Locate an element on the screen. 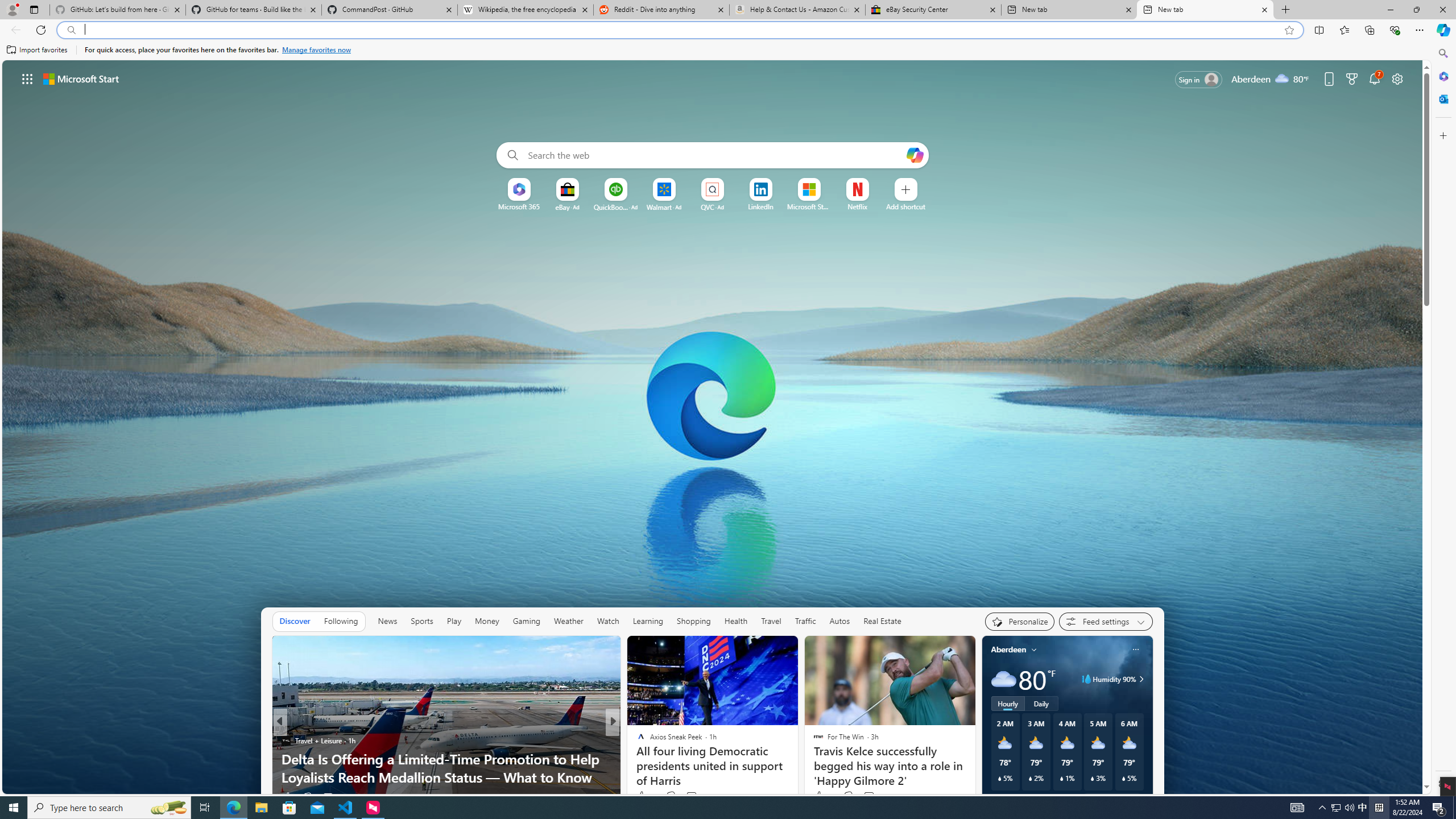  'View comments 31 Comment' is located at coordinates (691, 797).